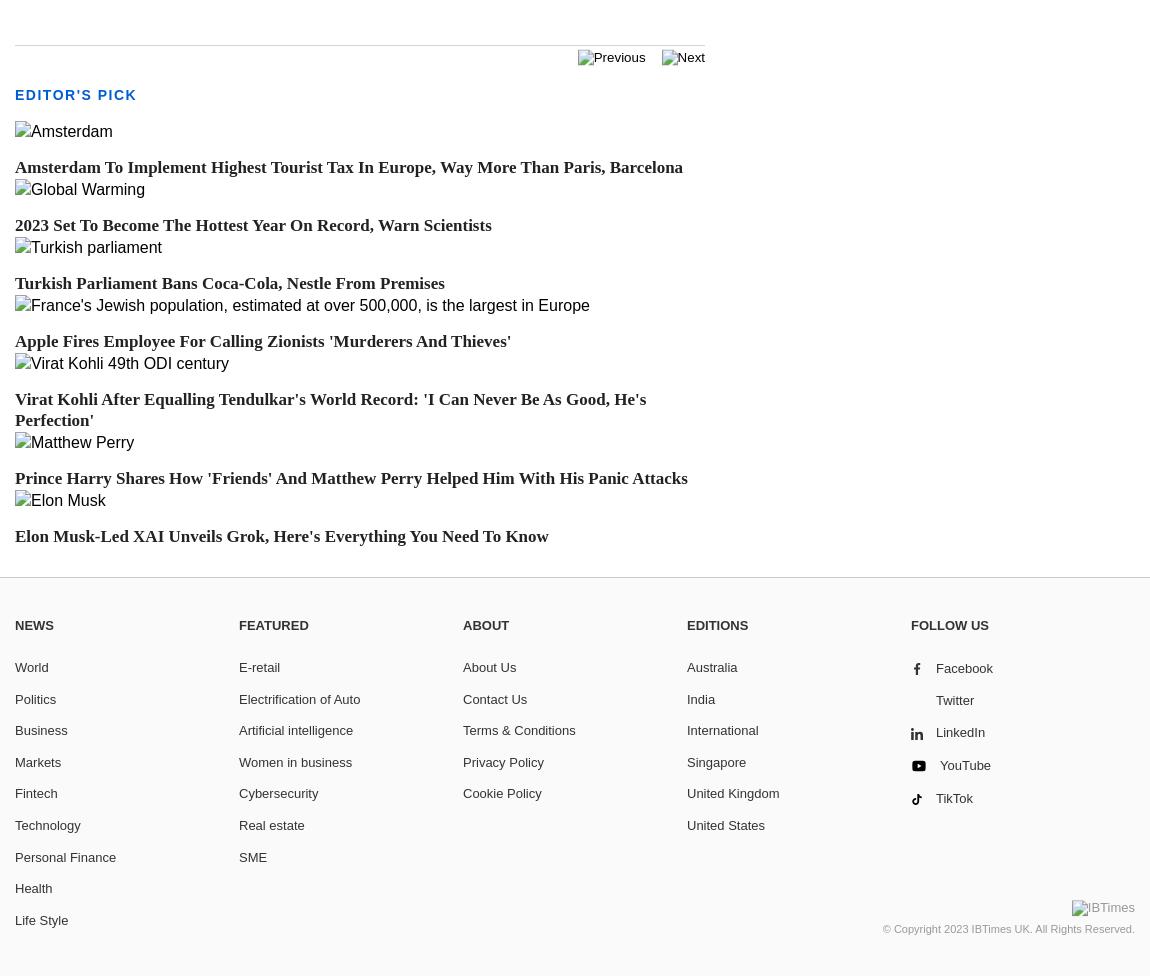 Image resolution: width=1150 pixels, height=976 pixels. What do you see at coordinates (732, 793) in the screenshot?
I see `'United Kingdom'` at bounding box center [732, 793].